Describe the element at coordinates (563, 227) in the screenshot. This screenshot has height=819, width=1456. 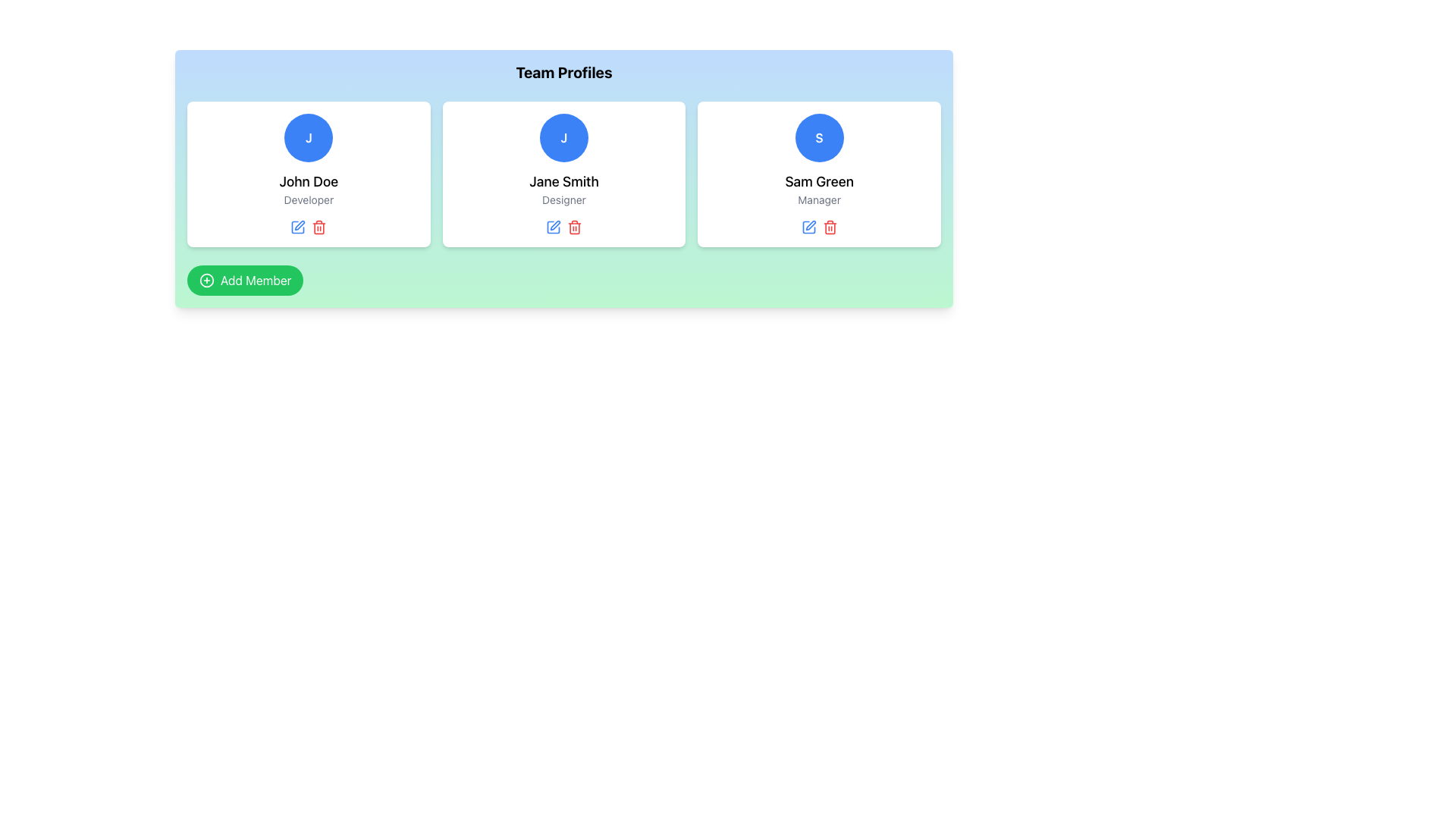
I see `the blue edit icon in the horizontal group of interactive icons located in the center card for 'Jane Smith', positioned just below the 'Designer' text, to initiate editing` at that location.